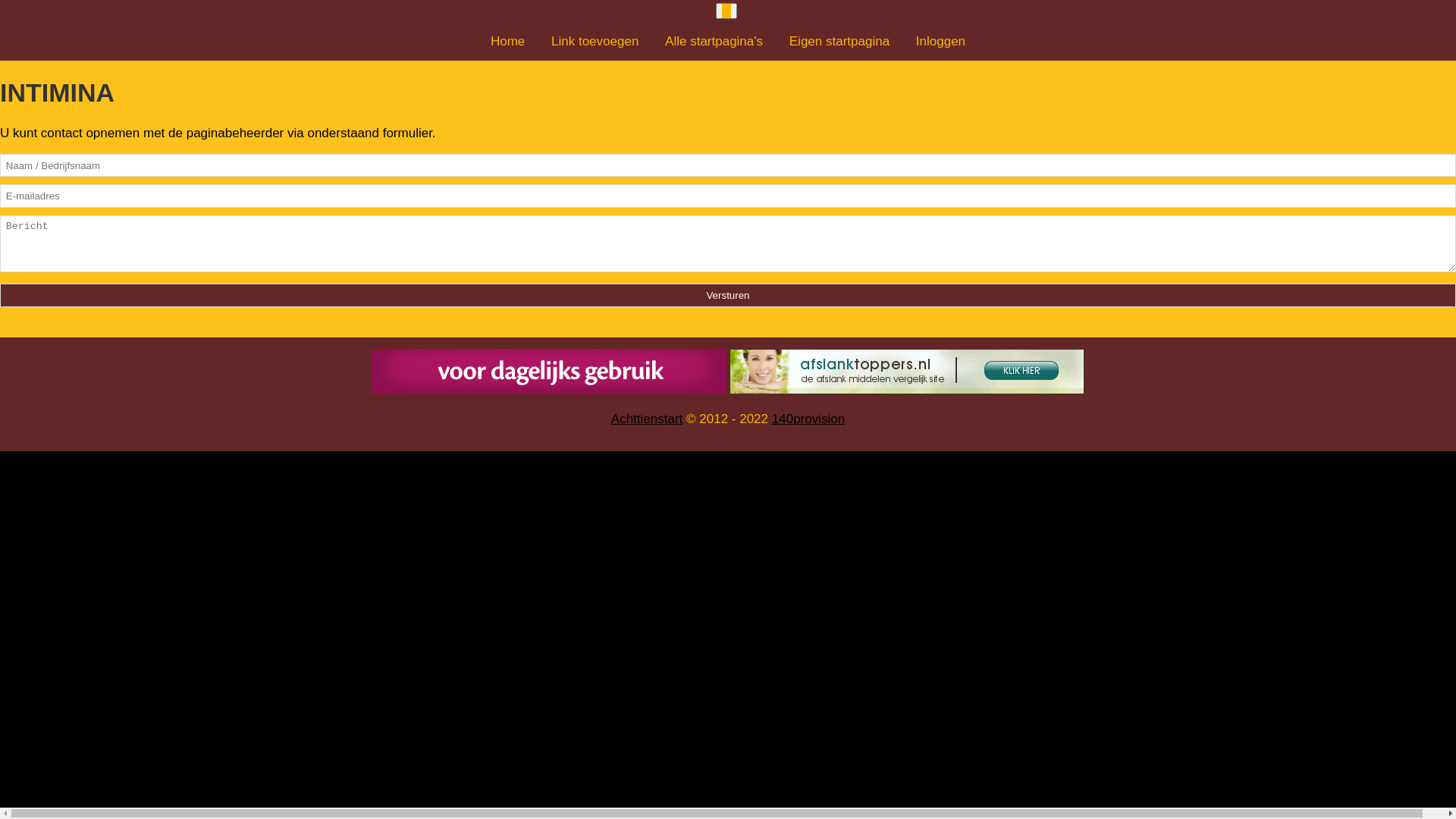 Image resolution: width=1456 pixels, height=819 pixels. What do you see at coordinates (807, 419) in the screenshot?
I see `'140provision'` at bounding box center [807, 419].